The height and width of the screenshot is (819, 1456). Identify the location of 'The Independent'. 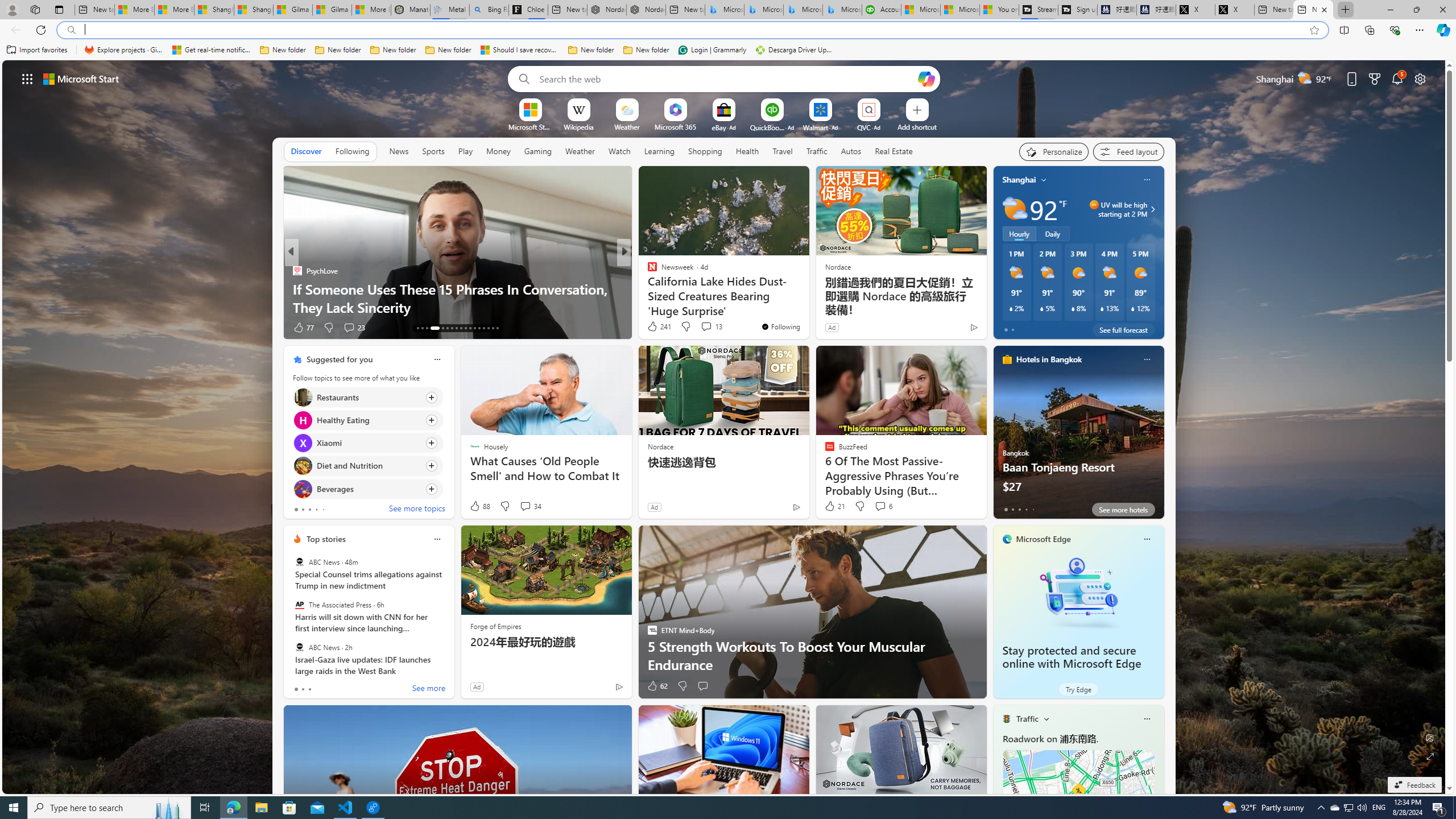
(647, 270).